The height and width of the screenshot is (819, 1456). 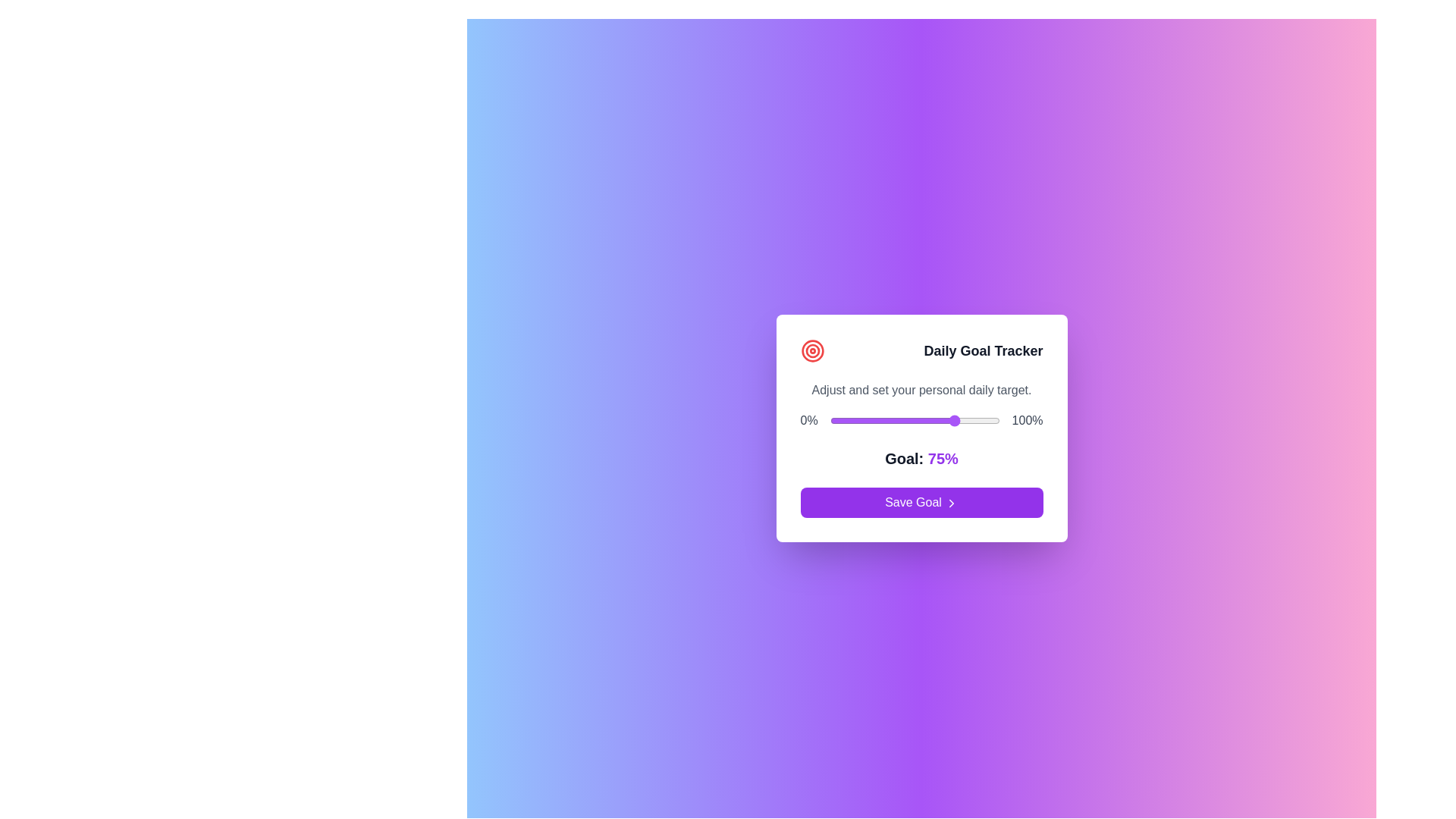 What do you see at coordinates (836, 421) in the screenshot?
I see `the goal slider to 4%` at bounding box center [836, 421].